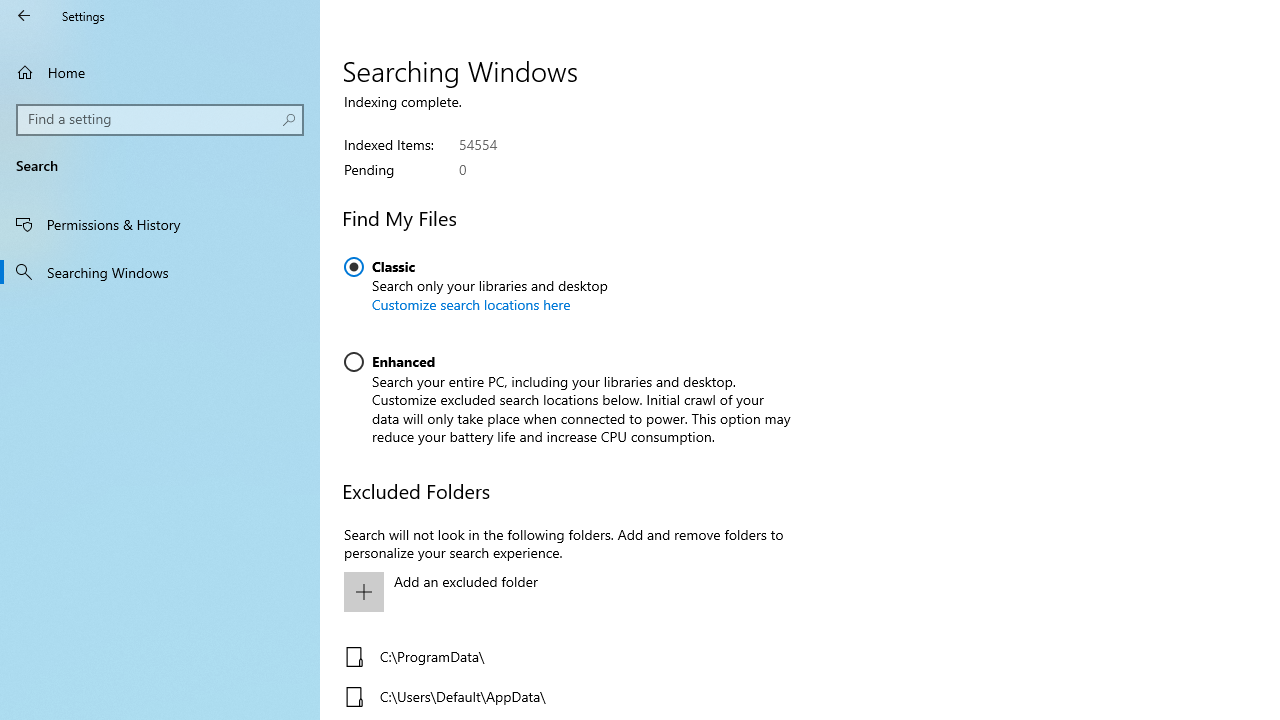 This screenshot has width=1280, height=720. What do you see at coordinates (562, 695) in the screenshot?
I see `'C:\Users\Default\AppData\'` at bounding box center [562, 695].